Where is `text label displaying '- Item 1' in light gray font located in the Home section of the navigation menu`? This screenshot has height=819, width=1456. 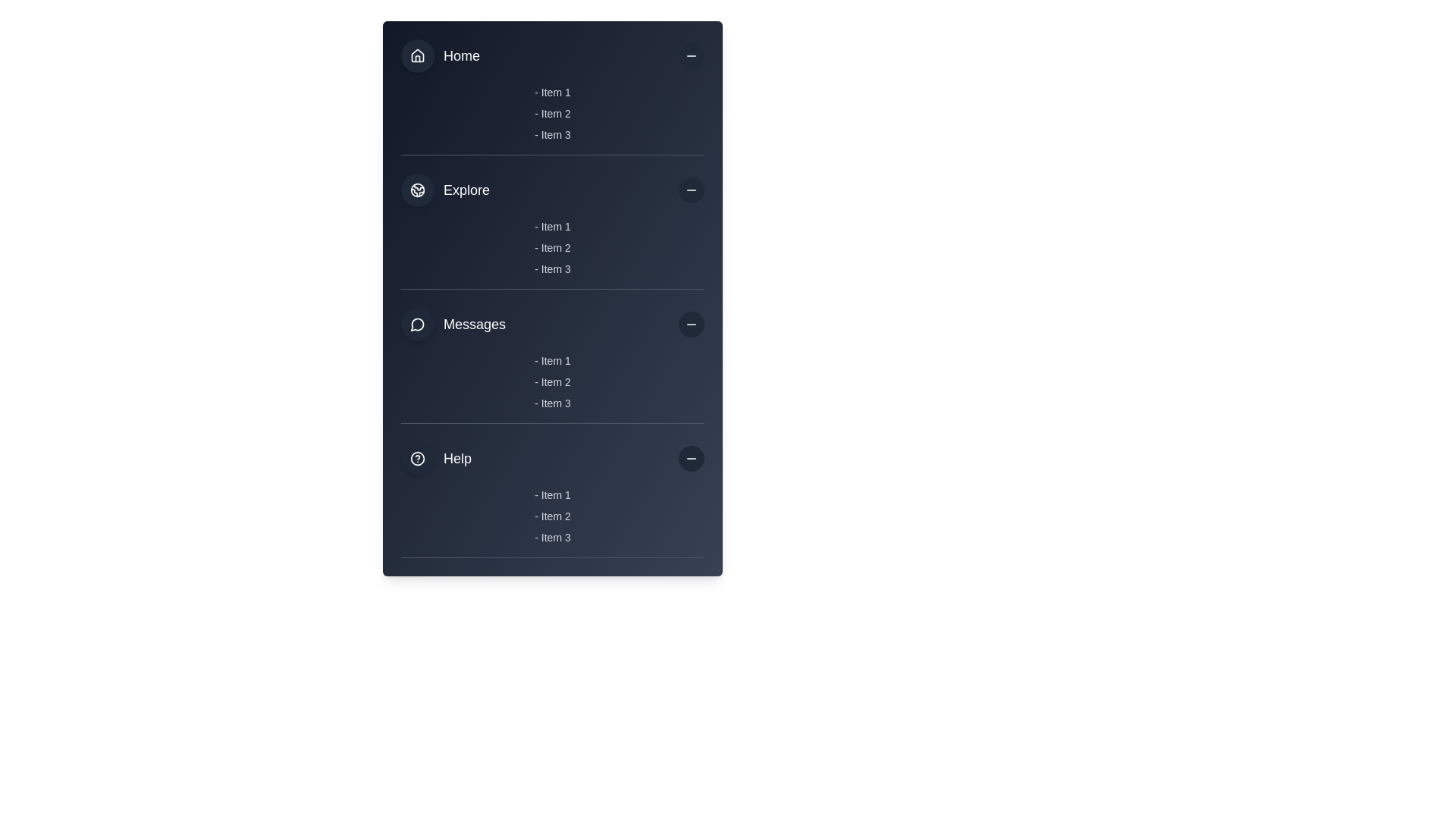 text label displaying '- Item 1' in light gray font located in the Home section of the navigation menu is located at coordinates (552, 93).